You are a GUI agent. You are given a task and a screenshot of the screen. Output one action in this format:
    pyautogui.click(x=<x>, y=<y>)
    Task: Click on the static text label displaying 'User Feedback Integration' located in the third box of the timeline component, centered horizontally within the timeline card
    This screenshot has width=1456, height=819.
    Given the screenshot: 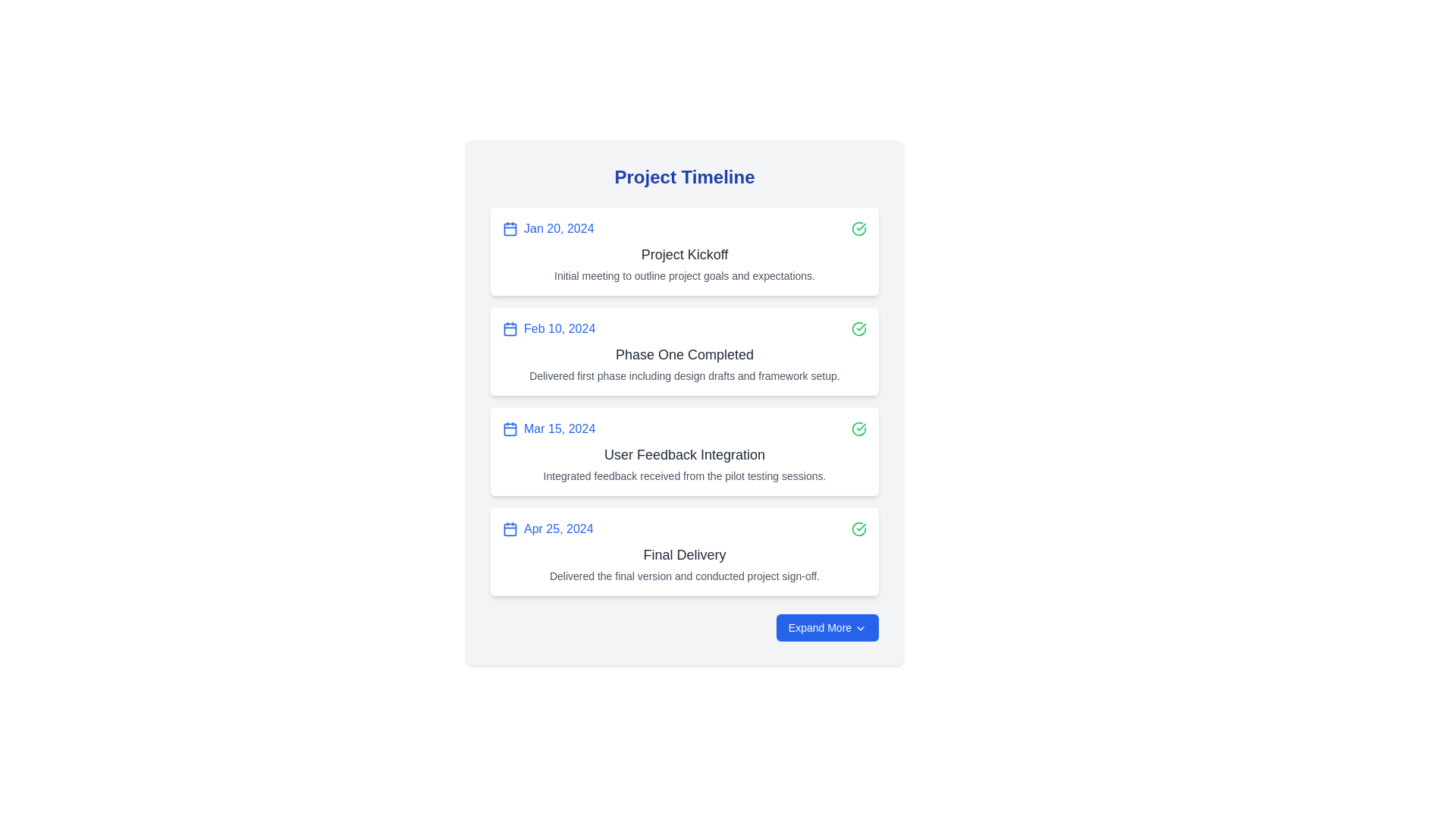 What is the action you would take?
    pyautogui.click(x=683, y=454)
    